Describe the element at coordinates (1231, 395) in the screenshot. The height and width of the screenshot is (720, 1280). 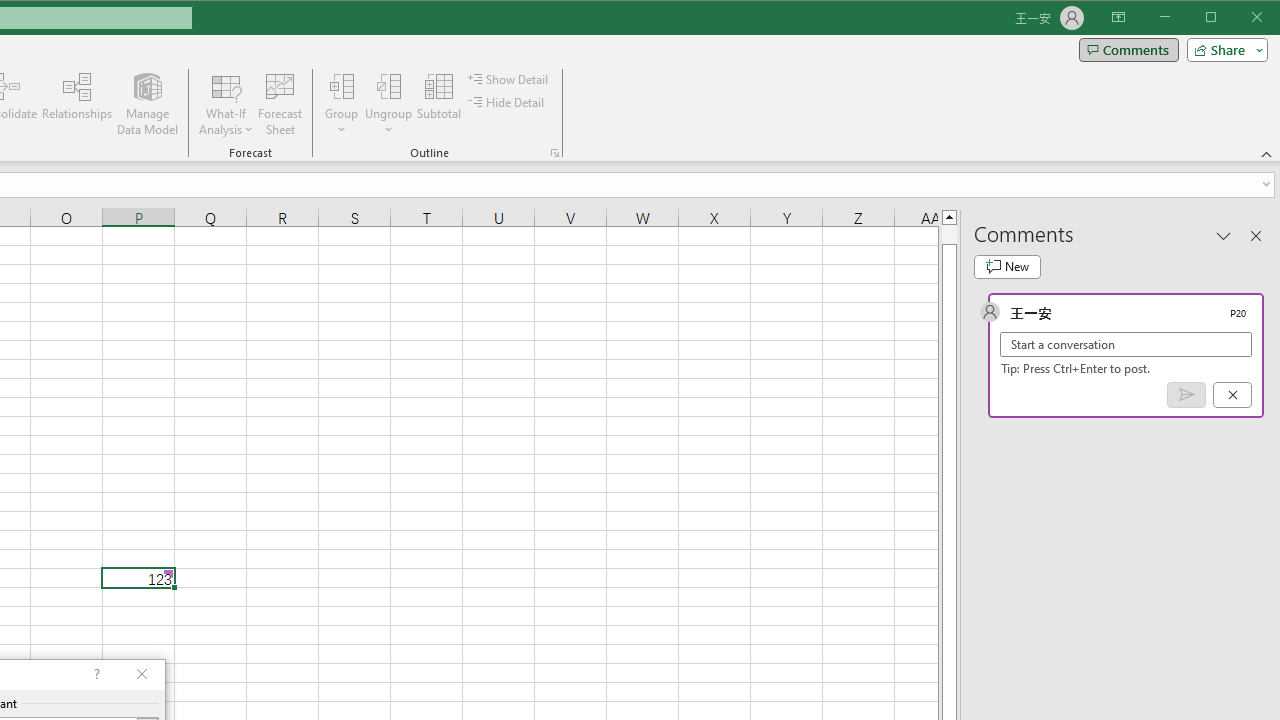
I see `'Cancel'` at that location.